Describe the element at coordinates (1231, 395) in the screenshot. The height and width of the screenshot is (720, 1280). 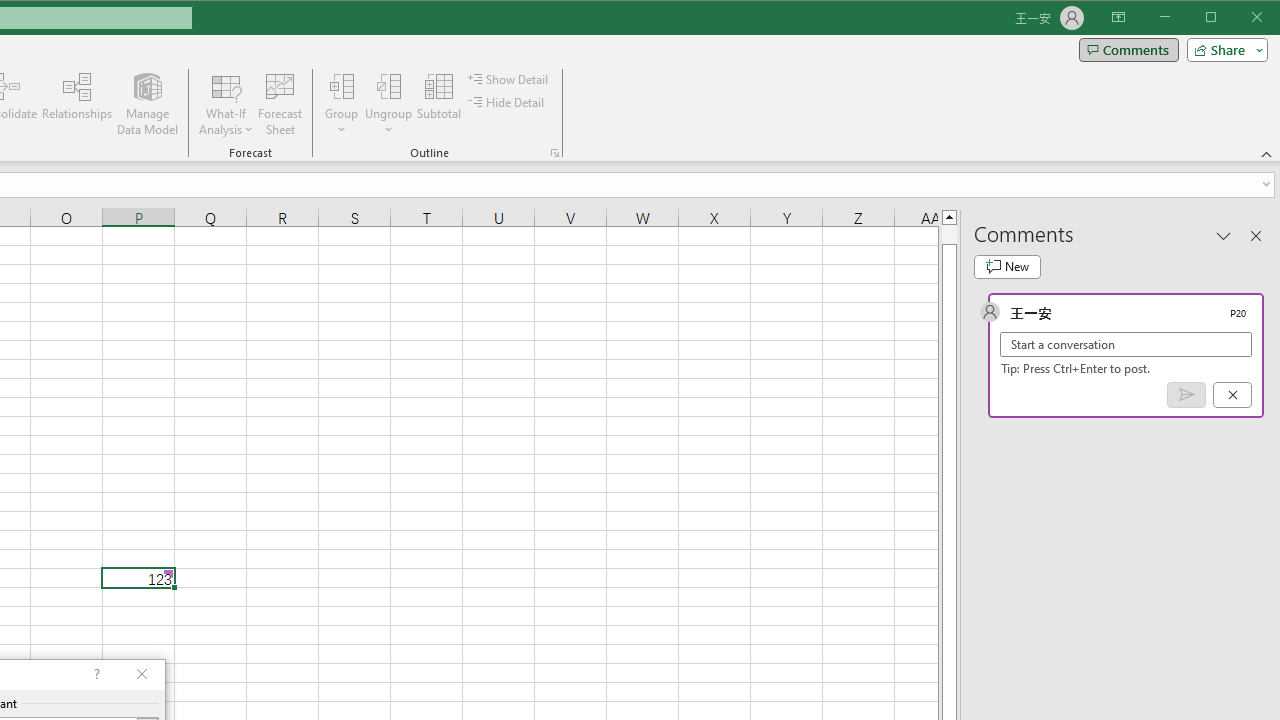
I see `'Cancel'` at that location.